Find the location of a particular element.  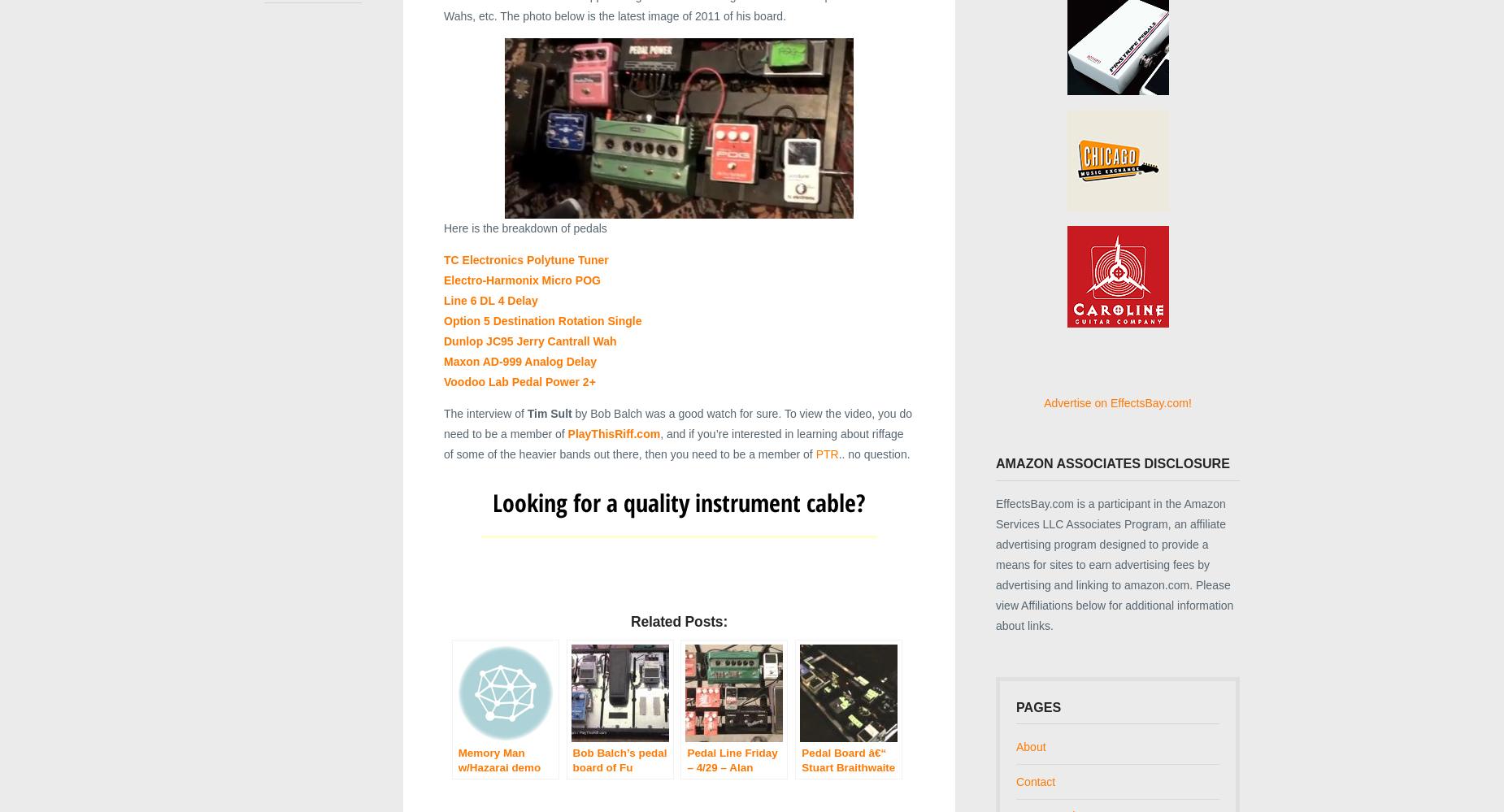

'Advertise on EffectsBay.com!' is located at coordinates (1116, 402).